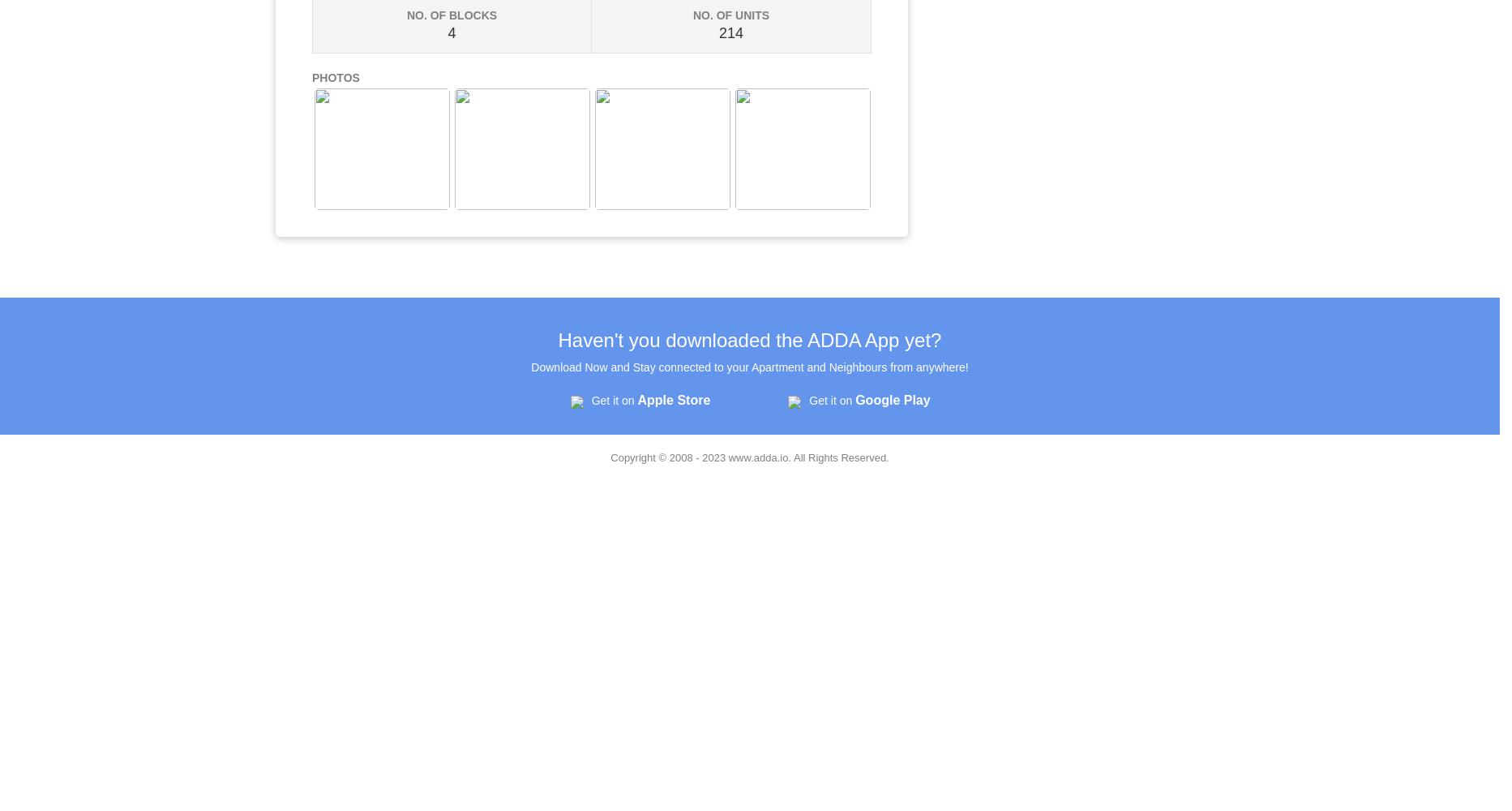 The width and height of the screenshot is (1512, 811). Describe the element at coordinates (837, 457) in the screenshot. I see `'. All Rights
                Reserved.'` at that location.